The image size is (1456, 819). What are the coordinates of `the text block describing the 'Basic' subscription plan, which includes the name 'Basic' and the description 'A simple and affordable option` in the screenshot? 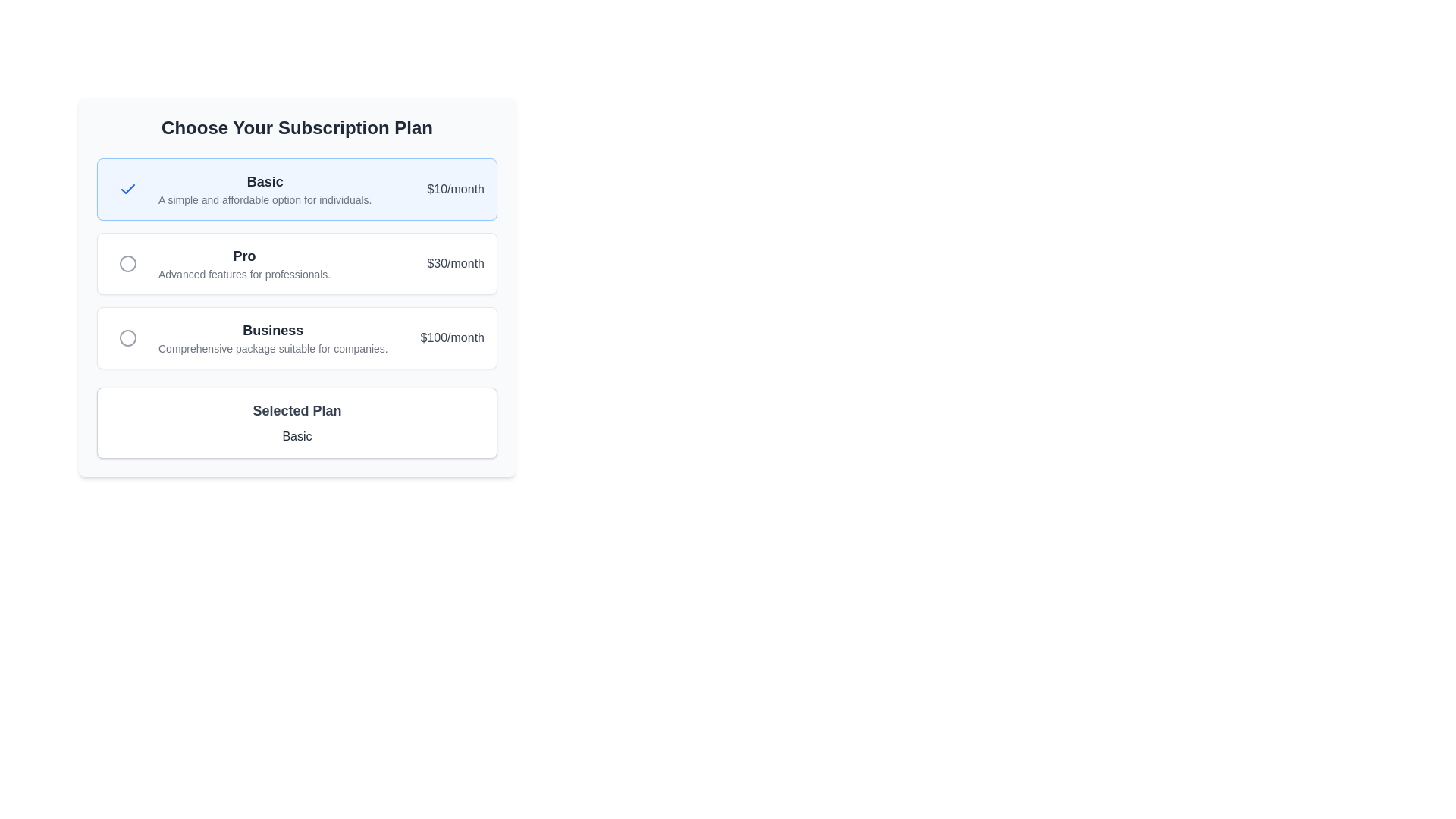 It's located at (265, 189).